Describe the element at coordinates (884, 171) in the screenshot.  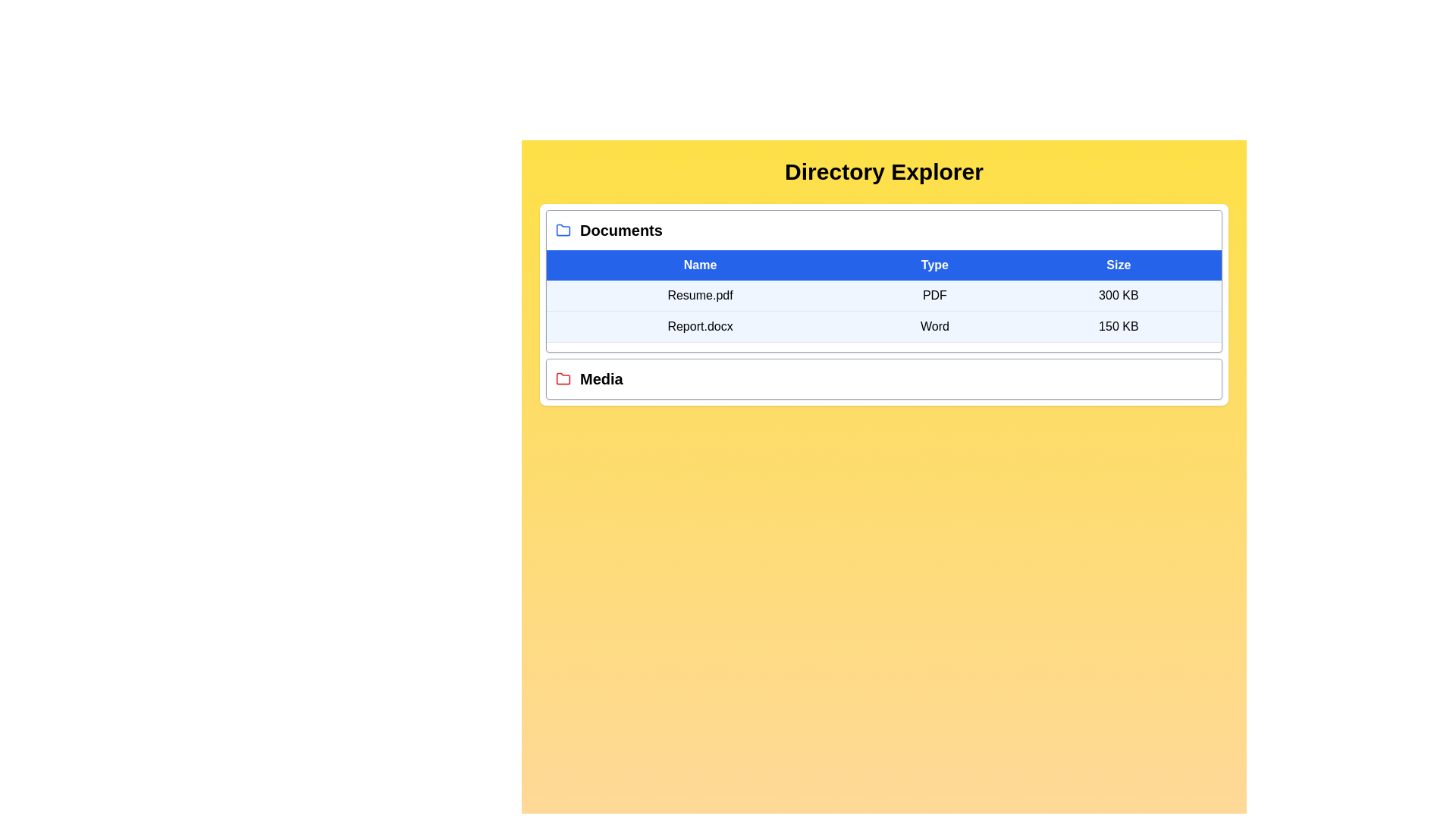
I see `the header text 'Directory Explorer'` at that location.